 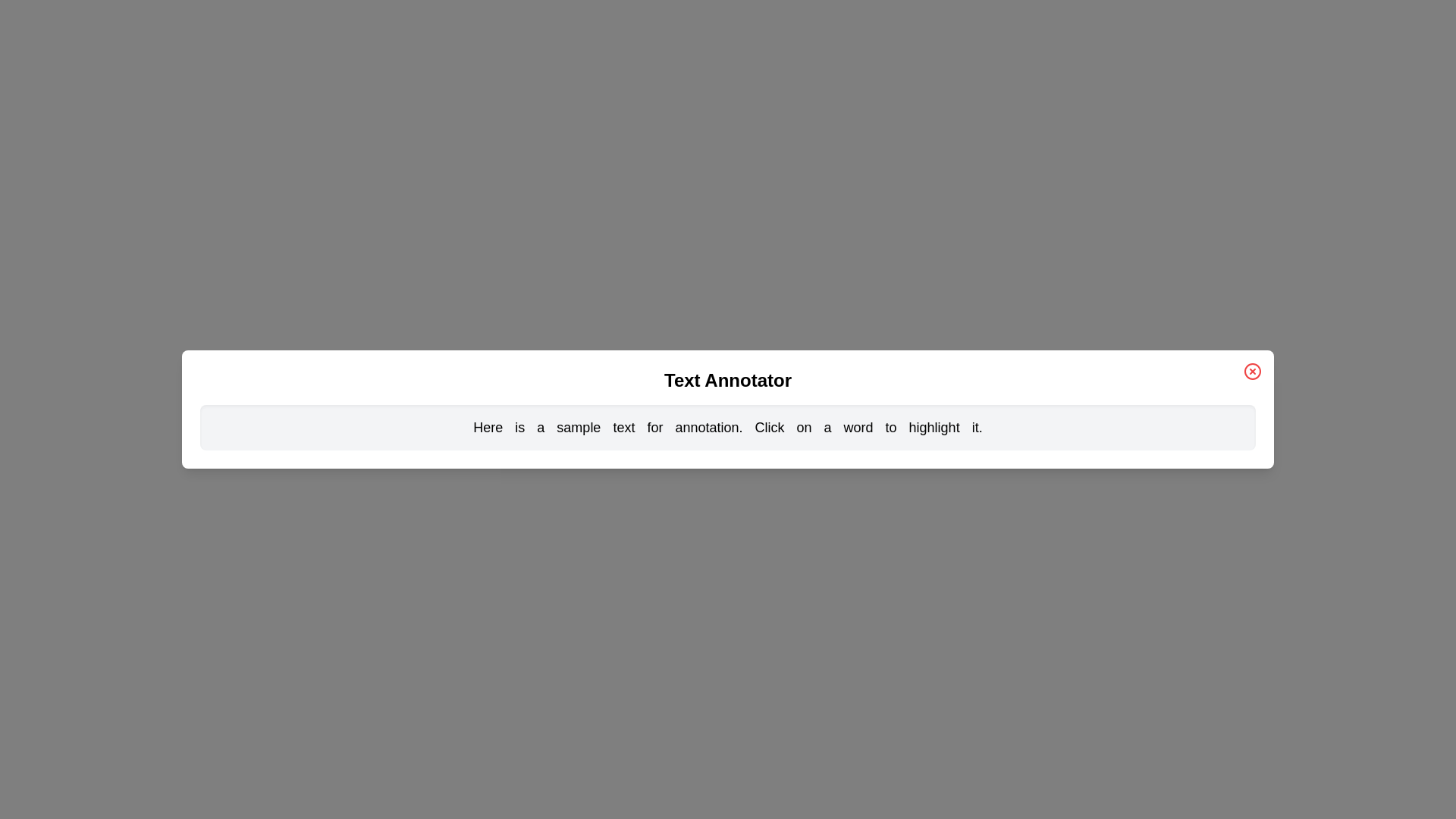 What do you see at coordinates (488, 427) in the screenshot?
I see `the word 'Here' to toggle its highlighting` at bounding box center [488, 427].